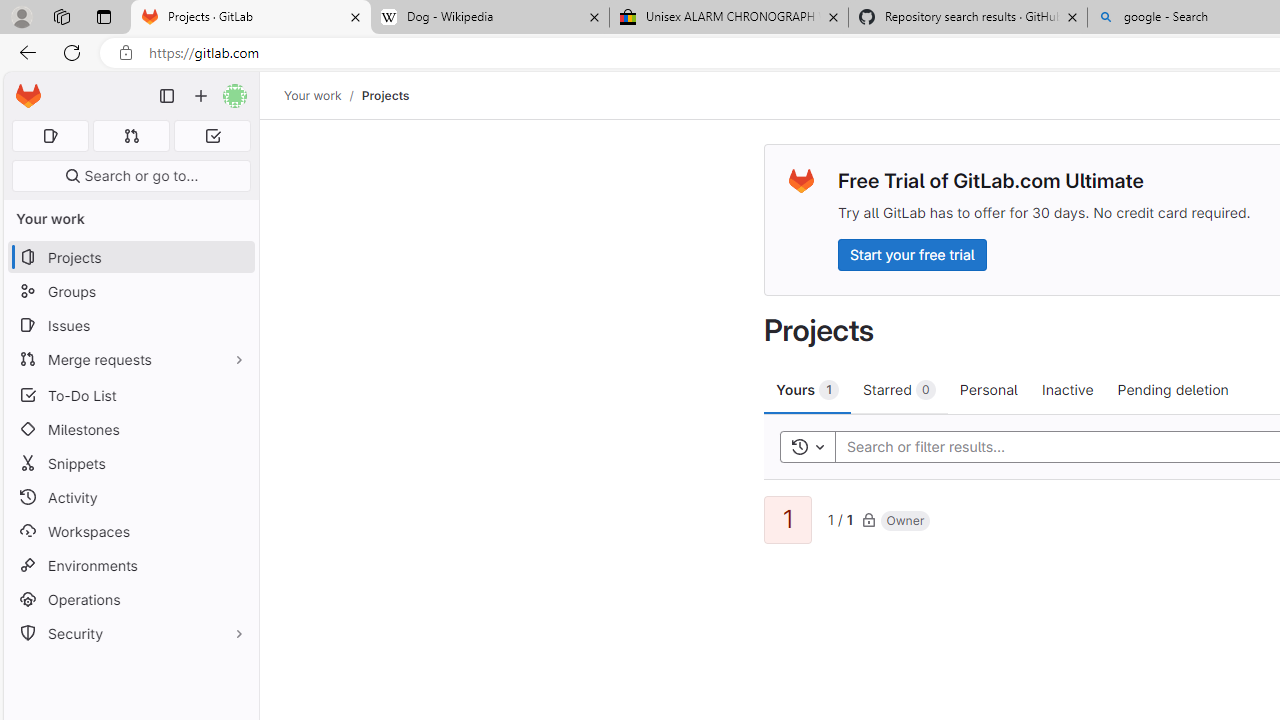 The height and width of the screenshot is (720, 1280). What do you see at coordinates (130, 633) in the screenshot?
I see `'Security'` at bounding box center [130, 633].